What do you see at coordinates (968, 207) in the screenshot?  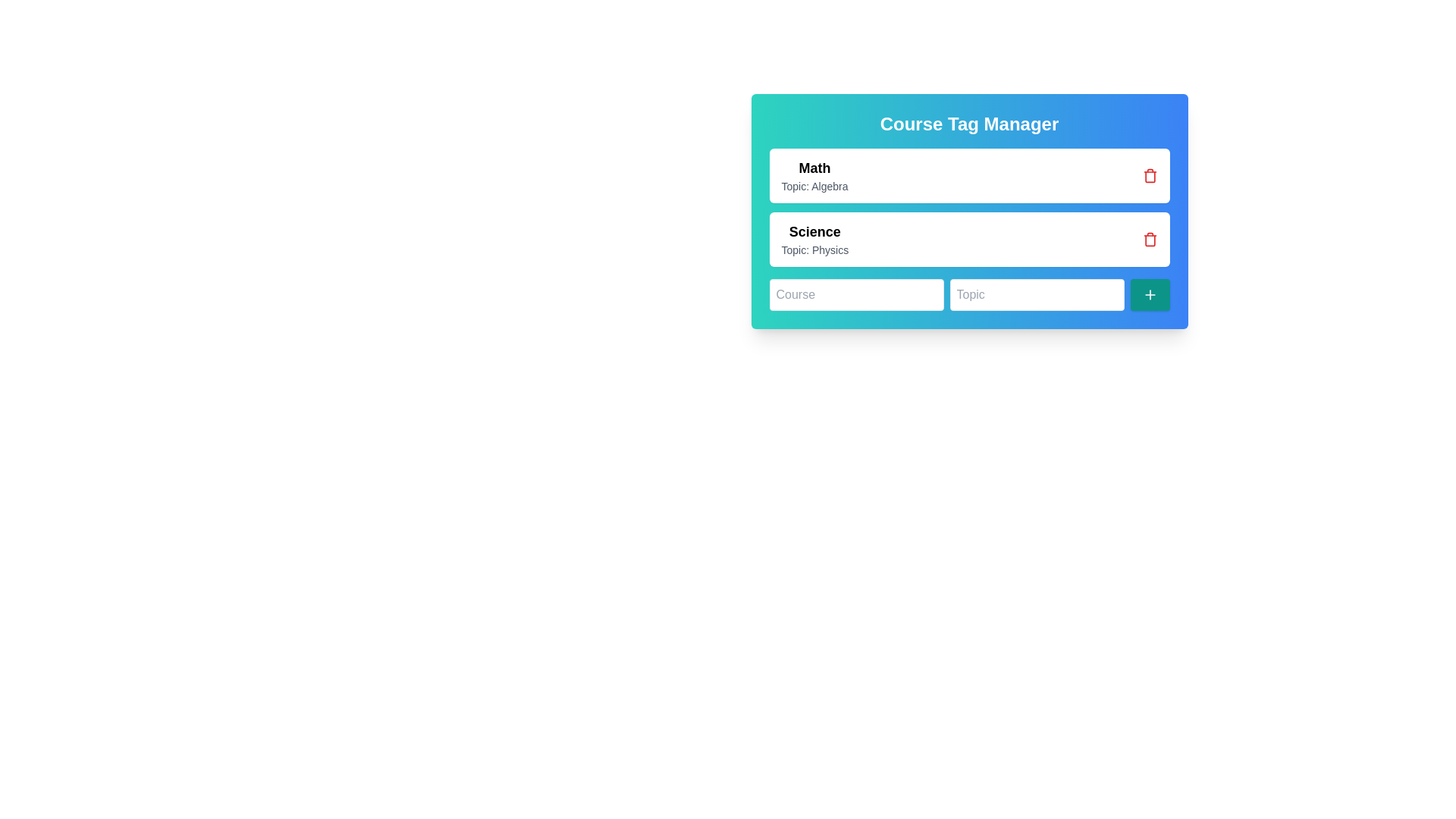 I see `the course topic row in the List with action elements` at bounding box center [968, 207].